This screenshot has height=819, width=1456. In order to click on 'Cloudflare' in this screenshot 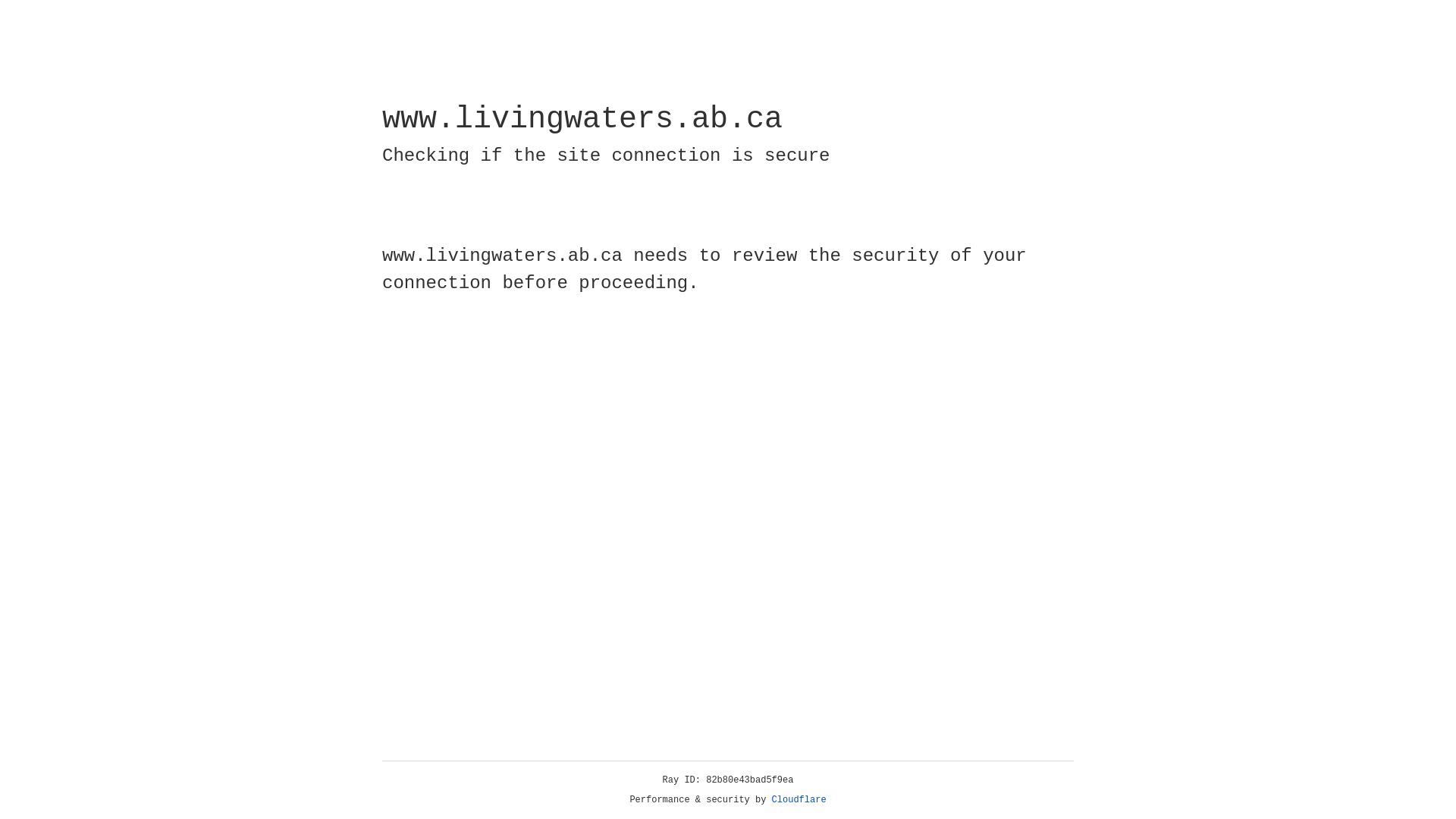, I will do `click(799, 799)`.